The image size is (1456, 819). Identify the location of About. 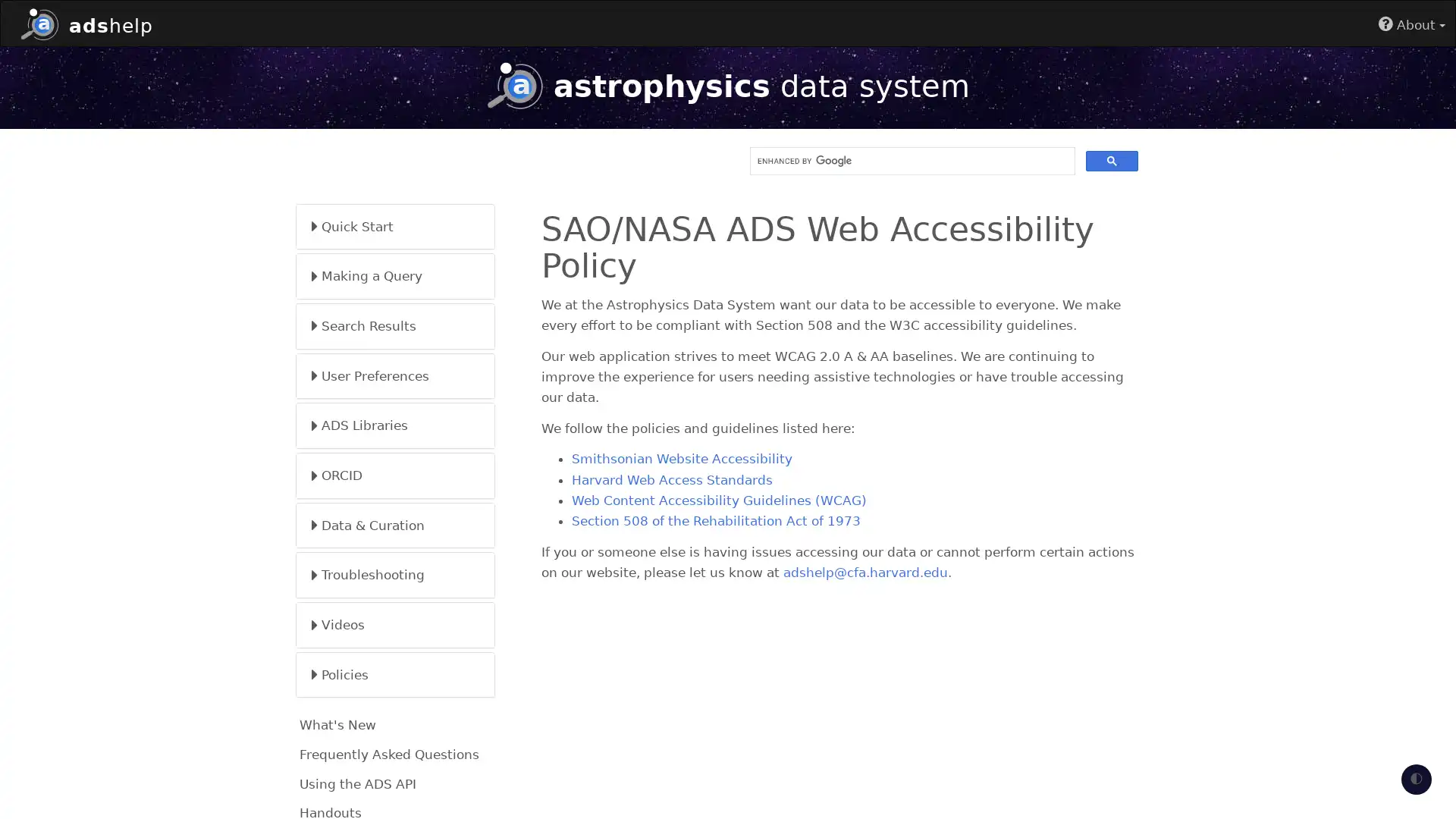
(1411, 25).